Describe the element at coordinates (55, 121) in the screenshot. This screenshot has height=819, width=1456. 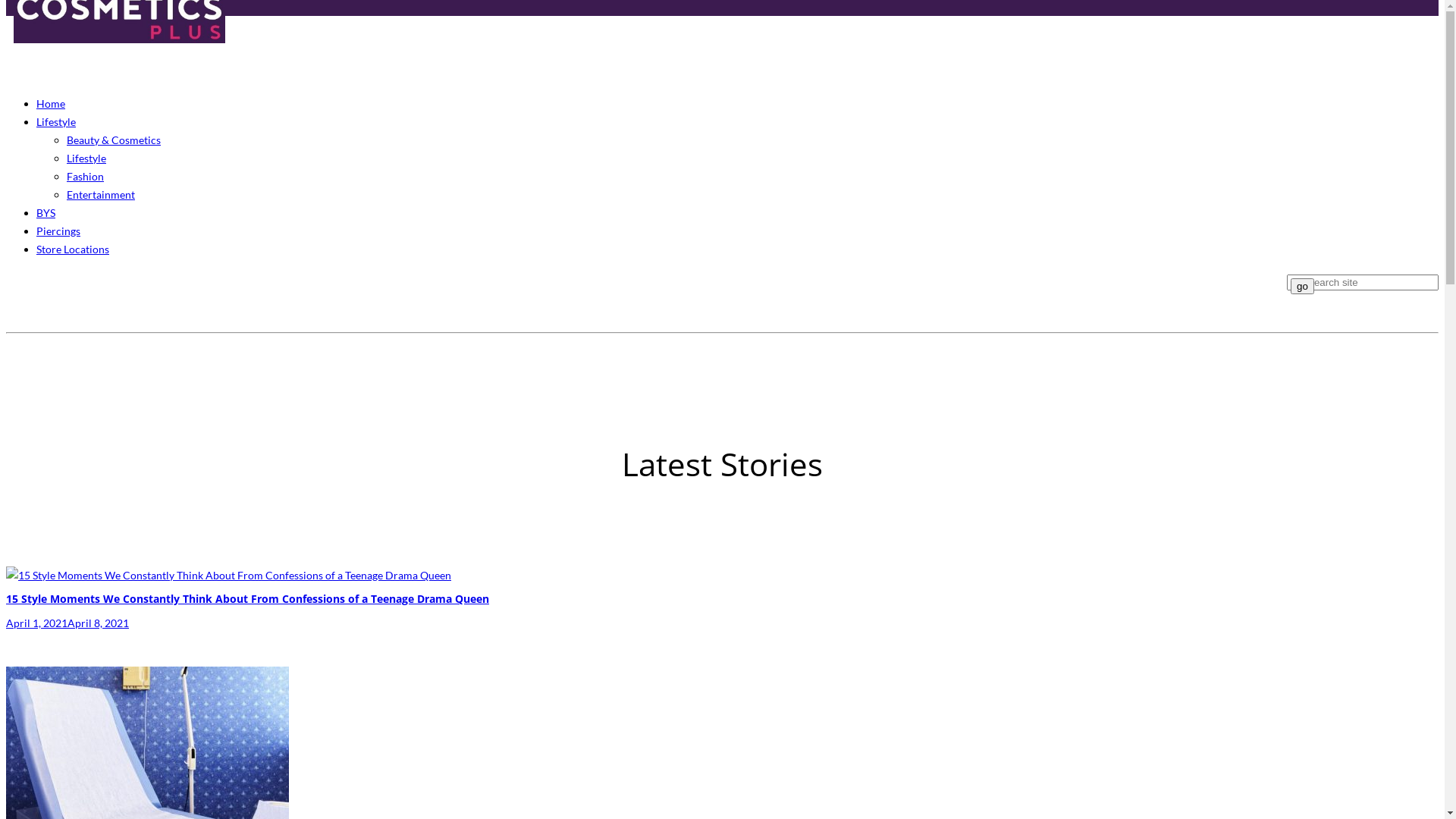
I see `'Lifestyle'` at that location.